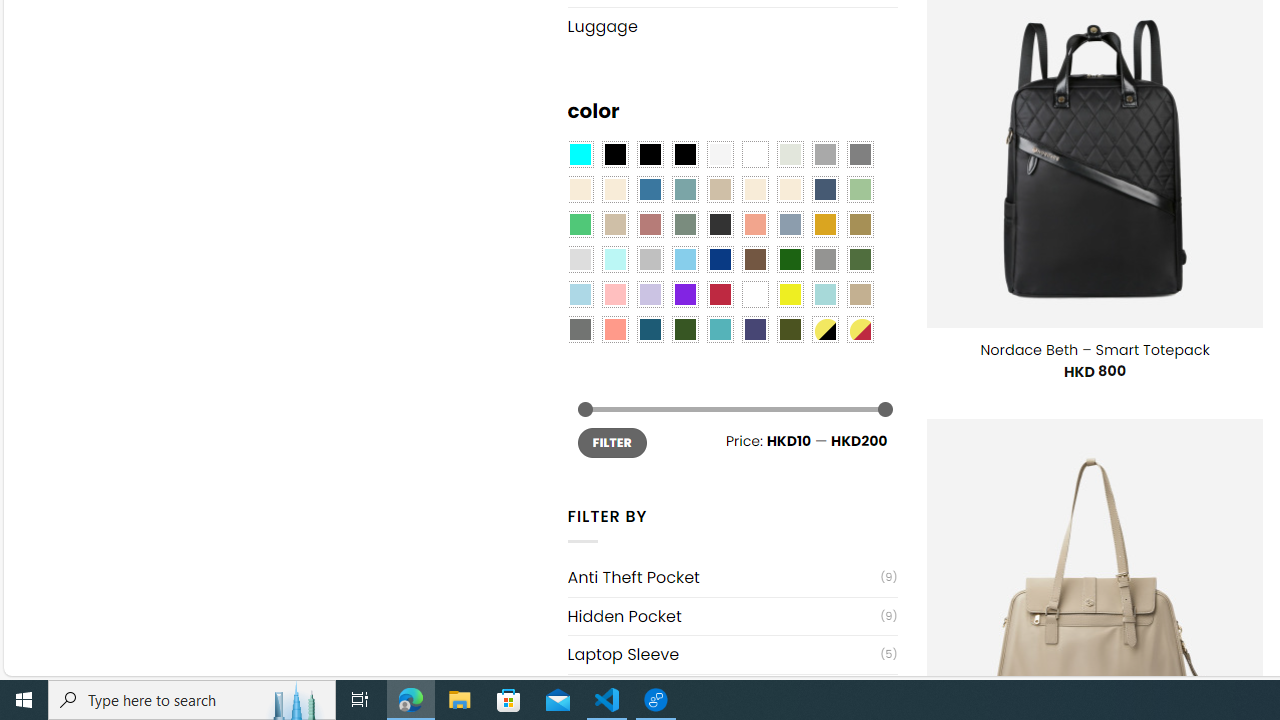  What do you see at coordinates (788, 258) in the screenshot?
I see `'Dark Green'` at bounding box center [788, 258].